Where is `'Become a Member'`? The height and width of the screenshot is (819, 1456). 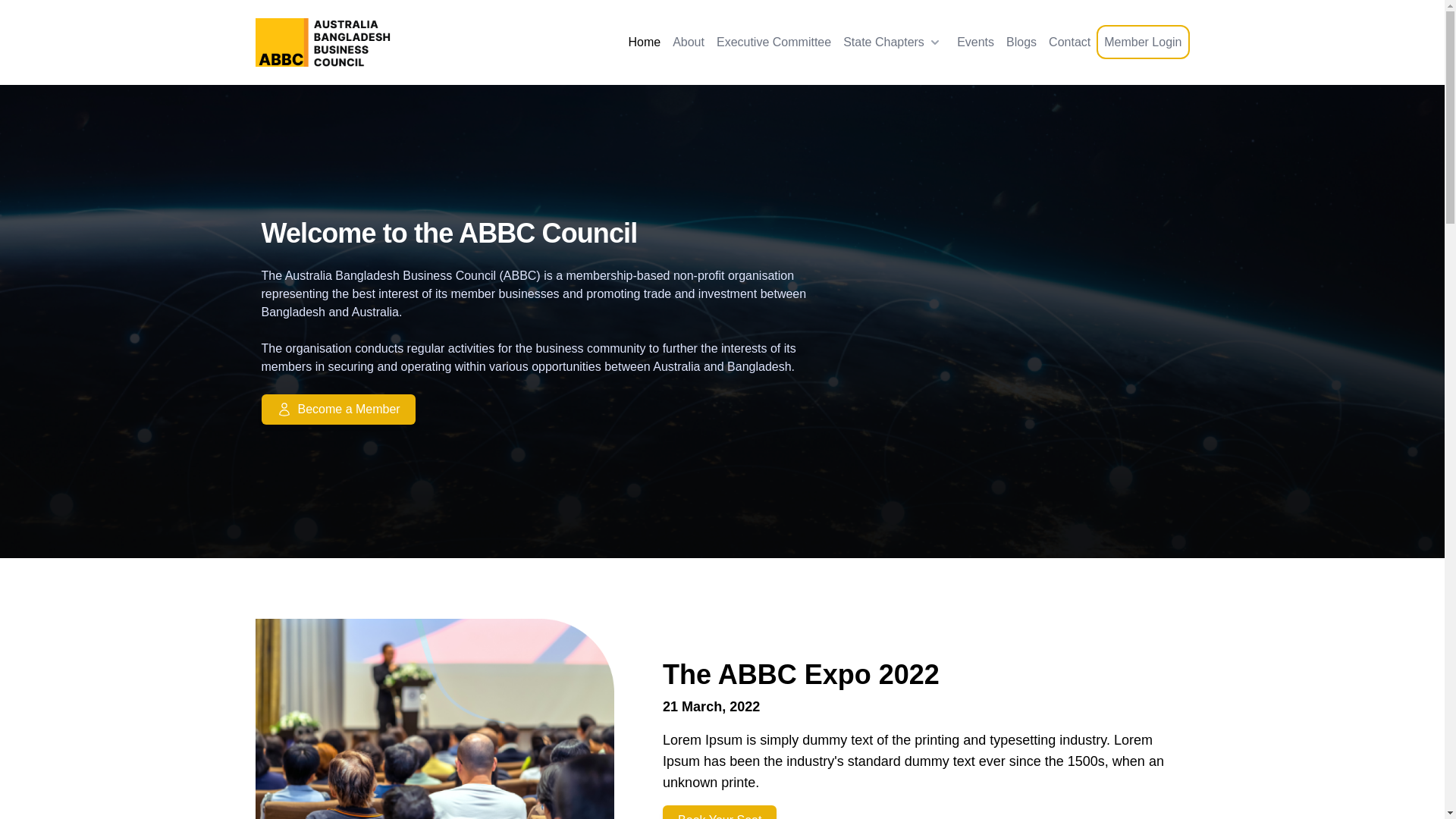 'Become a Member' is located at coordinates (261, 409).